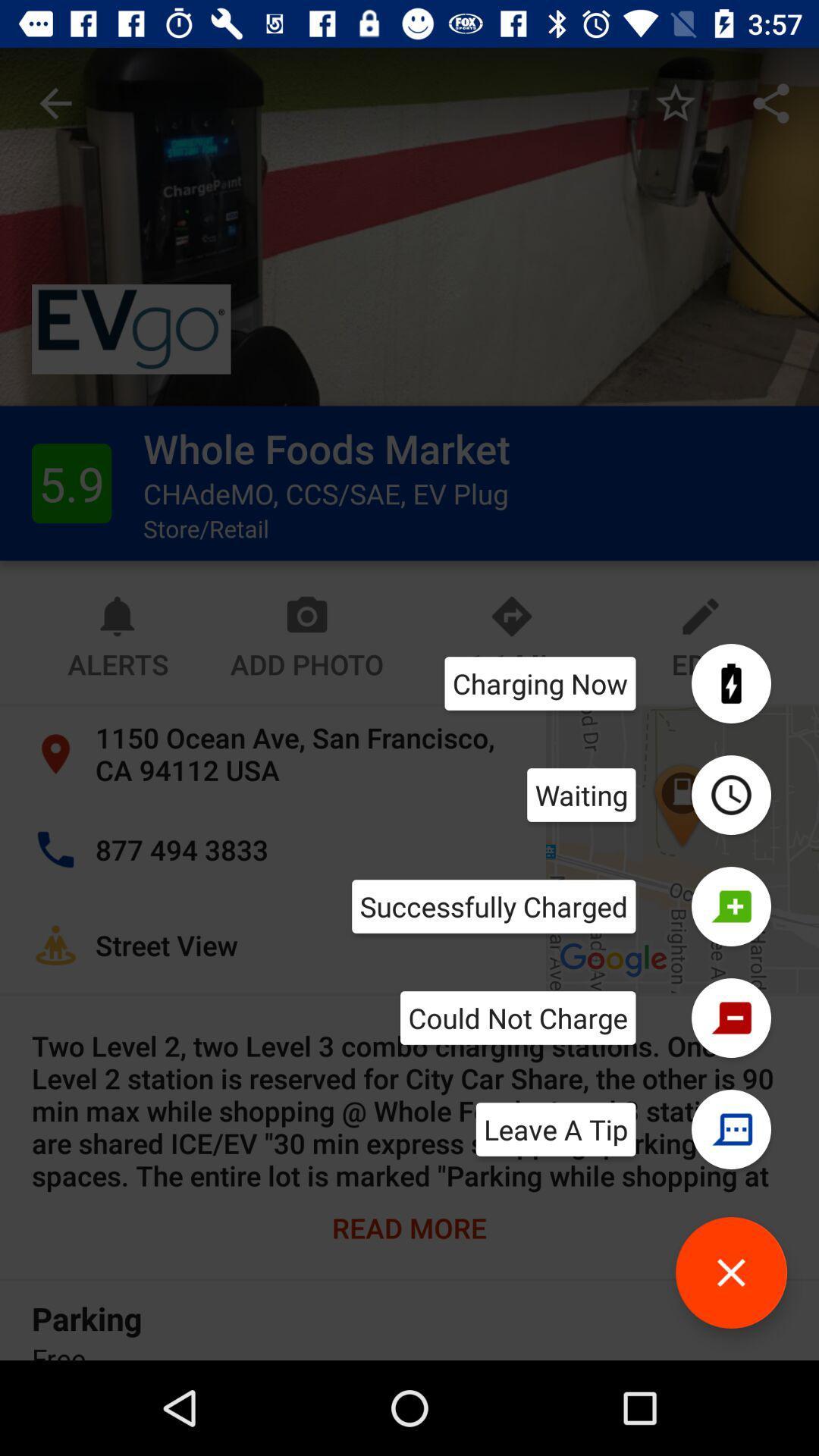  Describe the element at coordinates (730, 1272) in the screenshot. I see `button` at that location.